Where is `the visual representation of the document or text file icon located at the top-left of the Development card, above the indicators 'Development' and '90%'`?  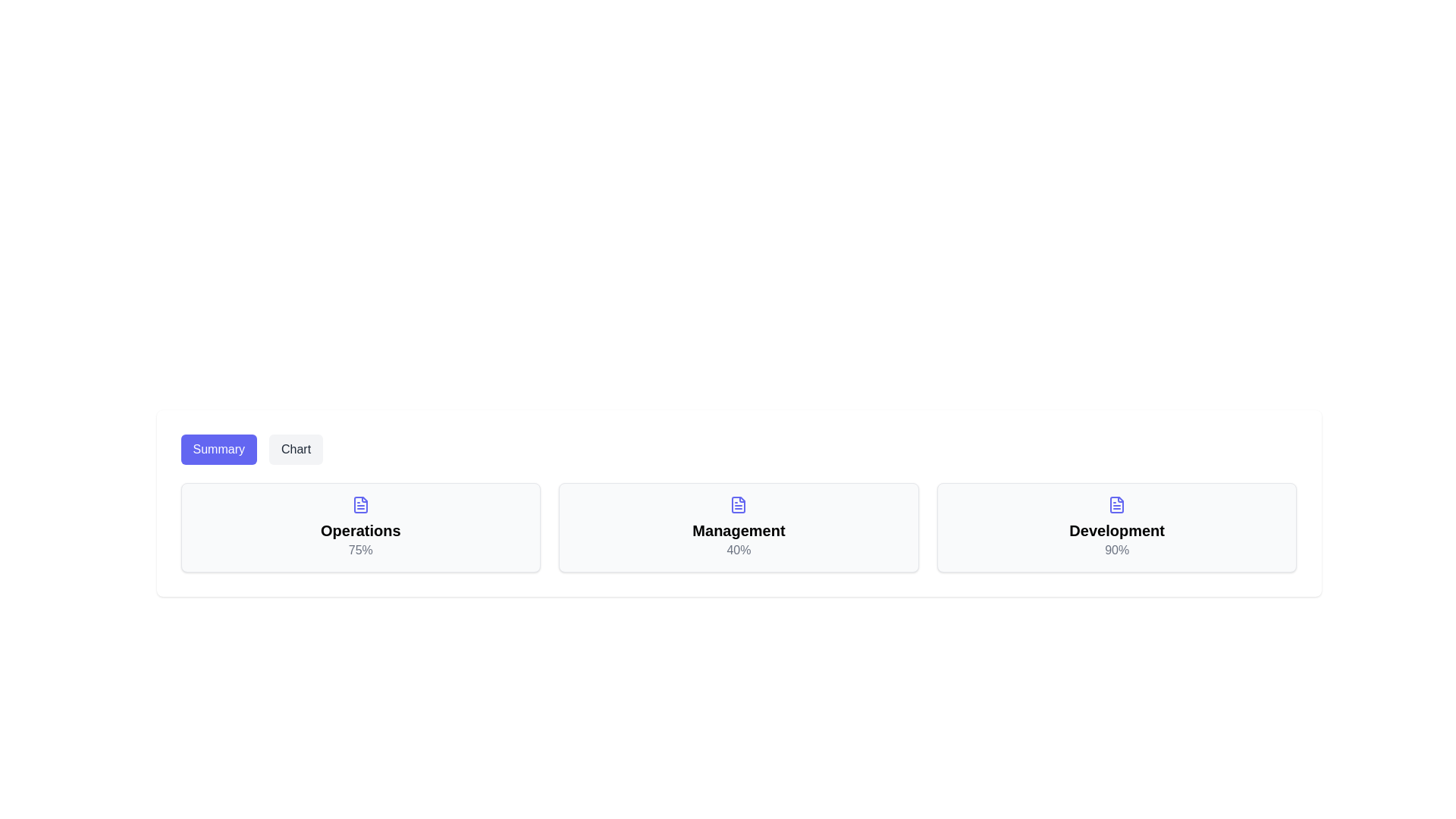
the visual representation of the document or text file icon located at the top-left of the Development card, above the indicators 'Development' and '90%' is located at coordinates (1117, 505).